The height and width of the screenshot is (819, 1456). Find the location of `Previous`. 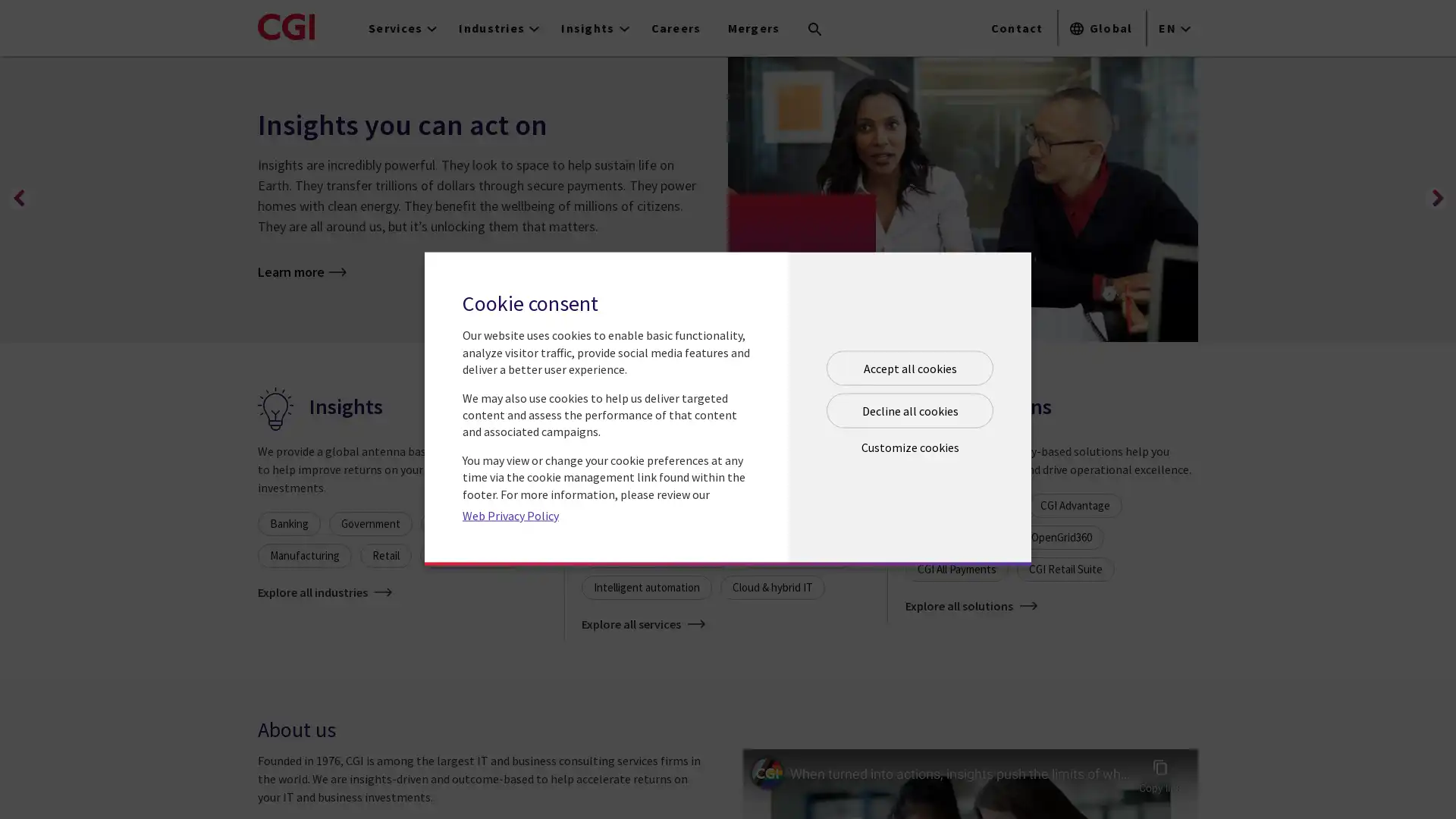

Previous is located at coordinates (19, 197).